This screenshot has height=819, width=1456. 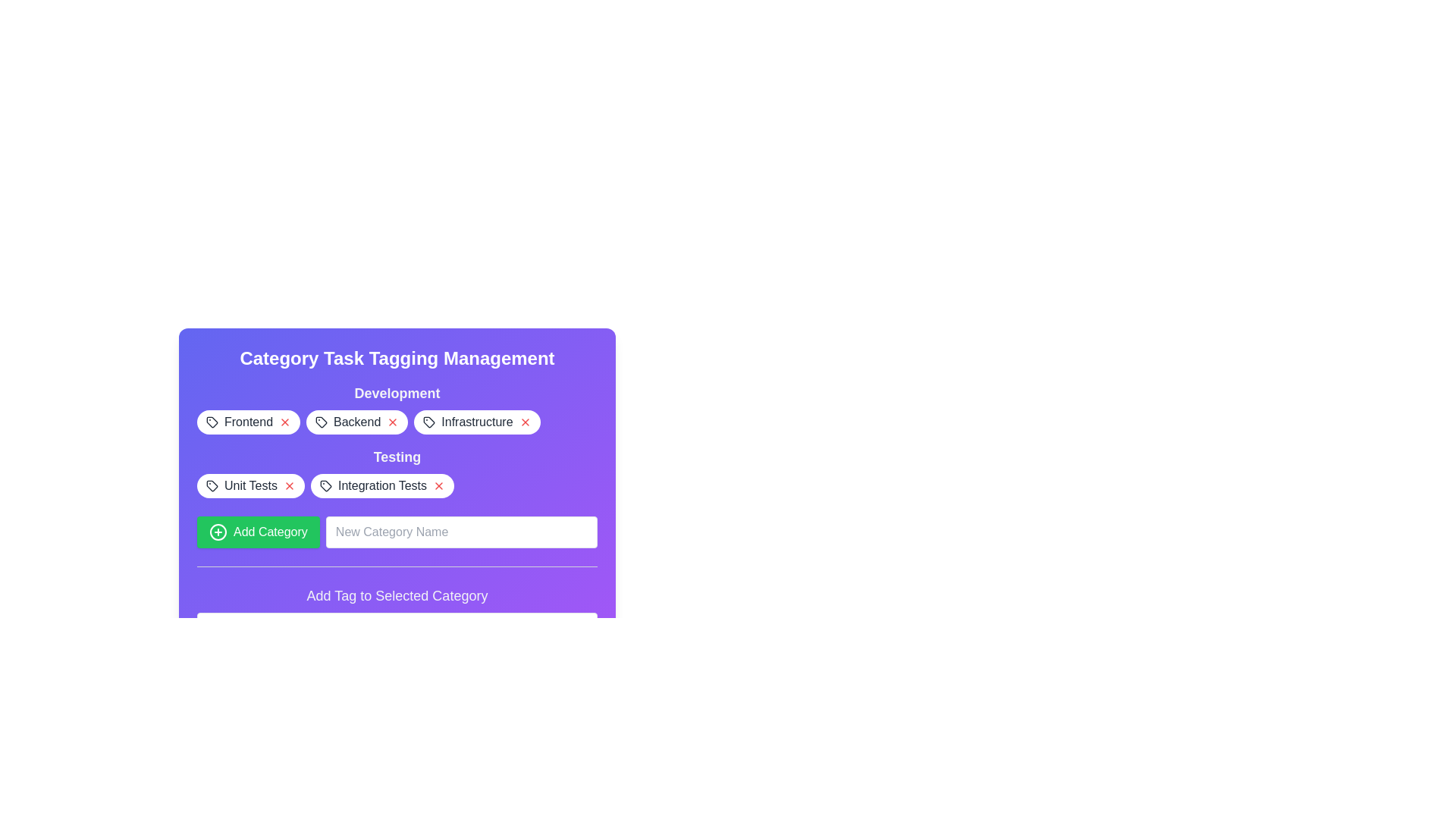 I want to click on a tag within the interactive group of tags located in the 'Testing' section for more options, so click(x=397, y=485).